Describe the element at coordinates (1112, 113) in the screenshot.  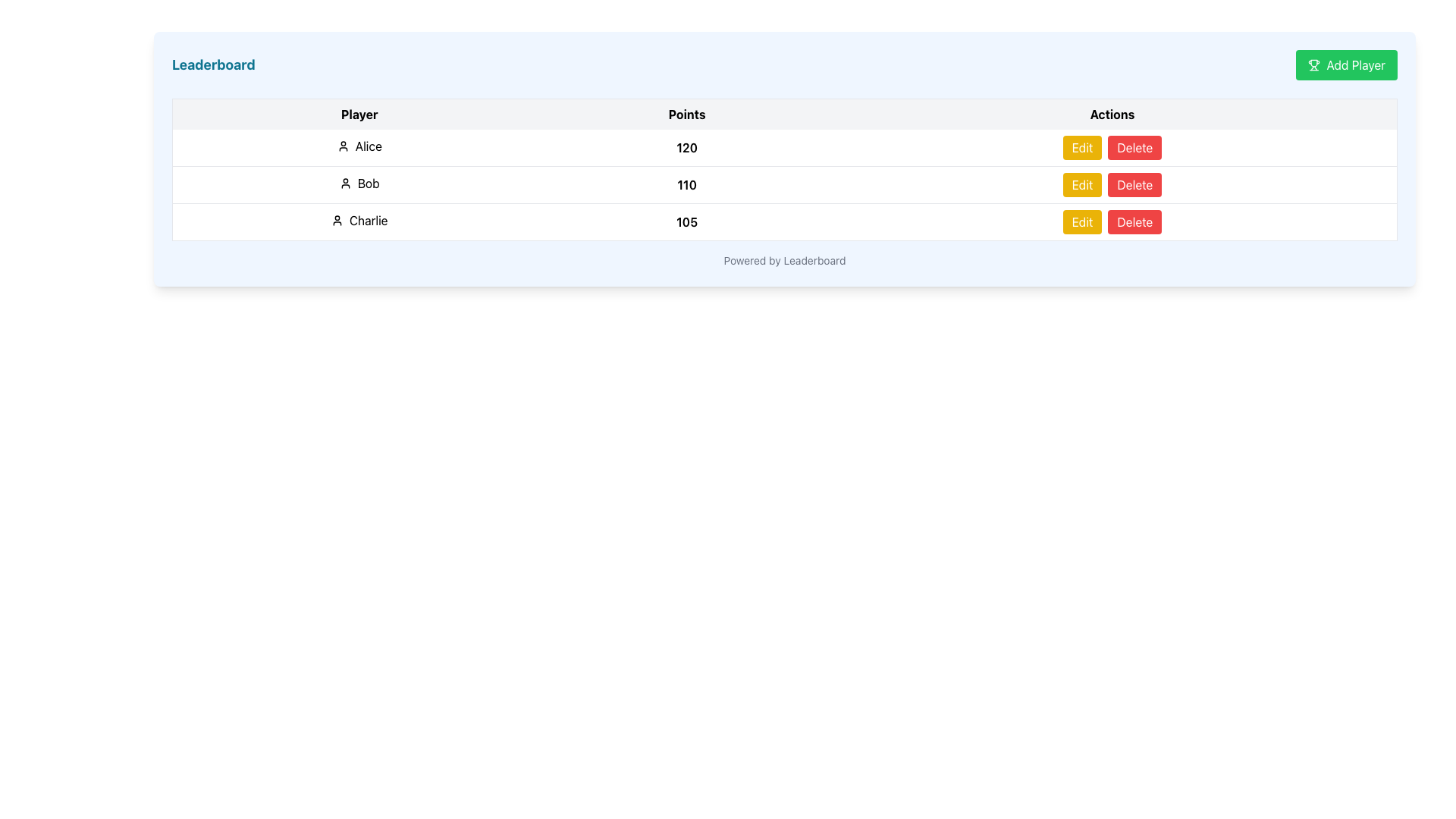
I see `the 'Actions' text label, which is bold and centered in the header row of the table, located on the far right above the functional buttons` at that location.